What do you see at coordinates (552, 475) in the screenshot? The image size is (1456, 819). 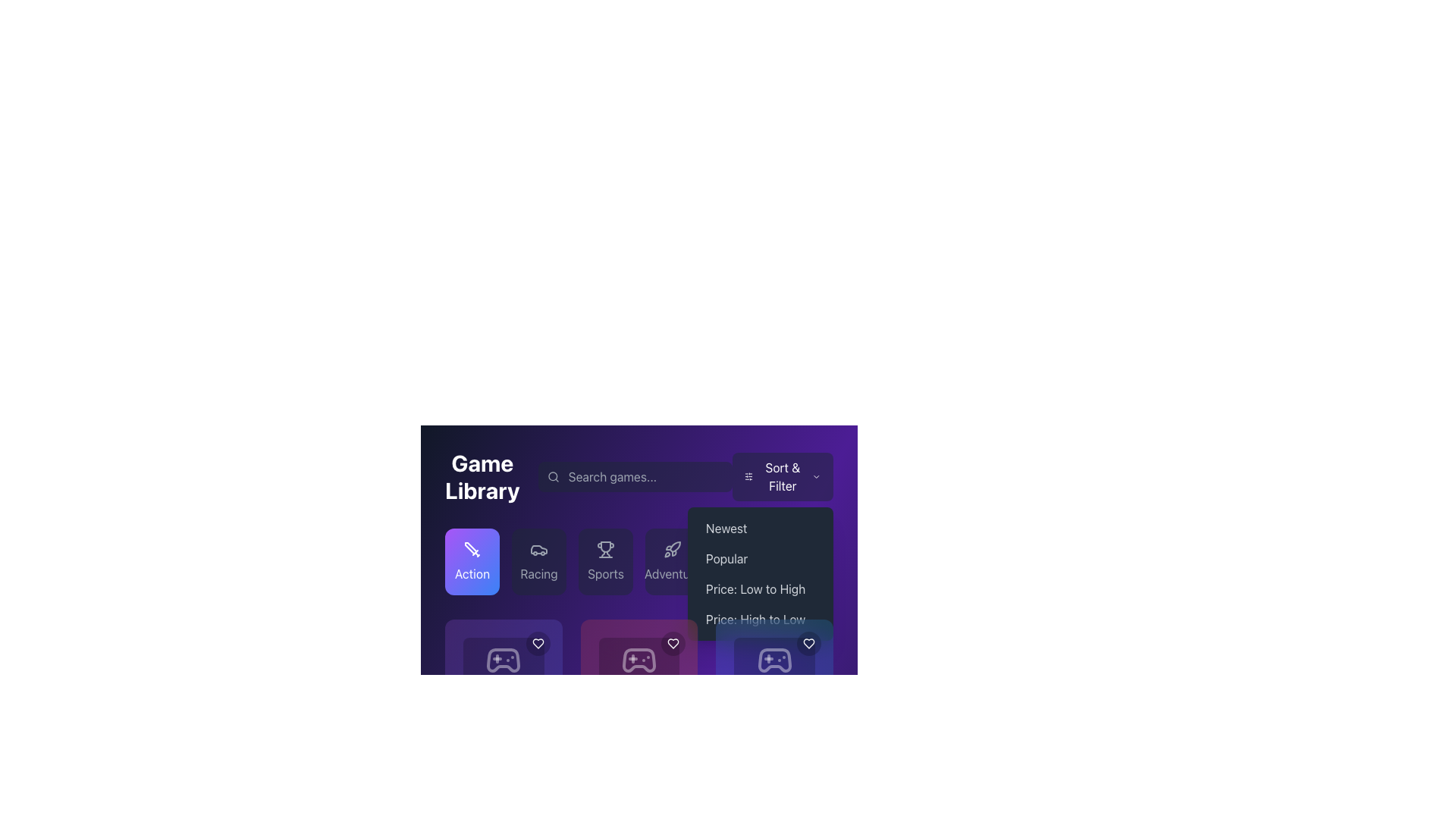 I see `the decorative circular shape of the magnifying glass icon, which represents the search functionality, located to the left of the search input field with the placeholder 'Search games...'` at bounding box center [552, 475].